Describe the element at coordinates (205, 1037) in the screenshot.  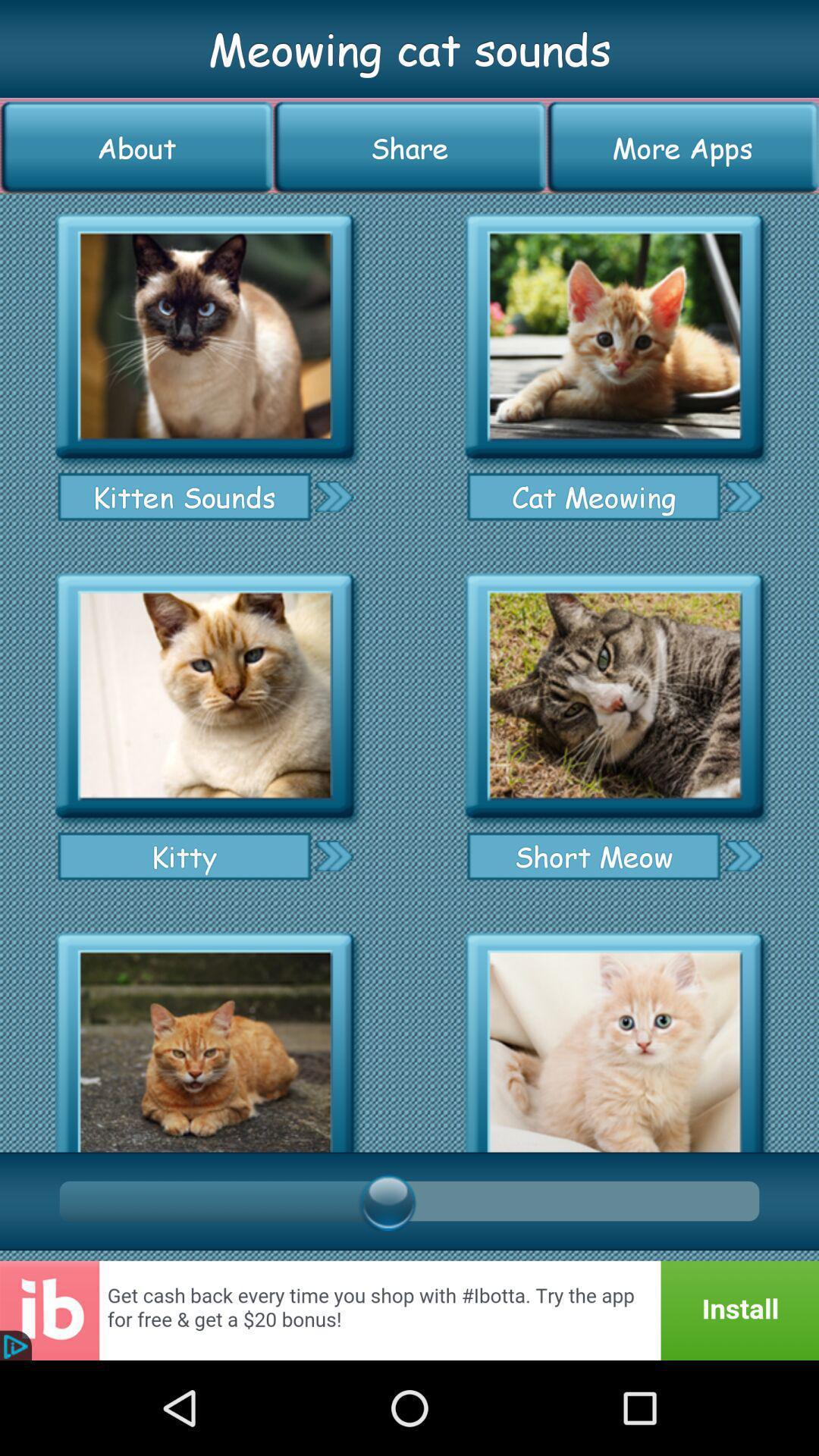
I see `cat sound play button option` at that location.